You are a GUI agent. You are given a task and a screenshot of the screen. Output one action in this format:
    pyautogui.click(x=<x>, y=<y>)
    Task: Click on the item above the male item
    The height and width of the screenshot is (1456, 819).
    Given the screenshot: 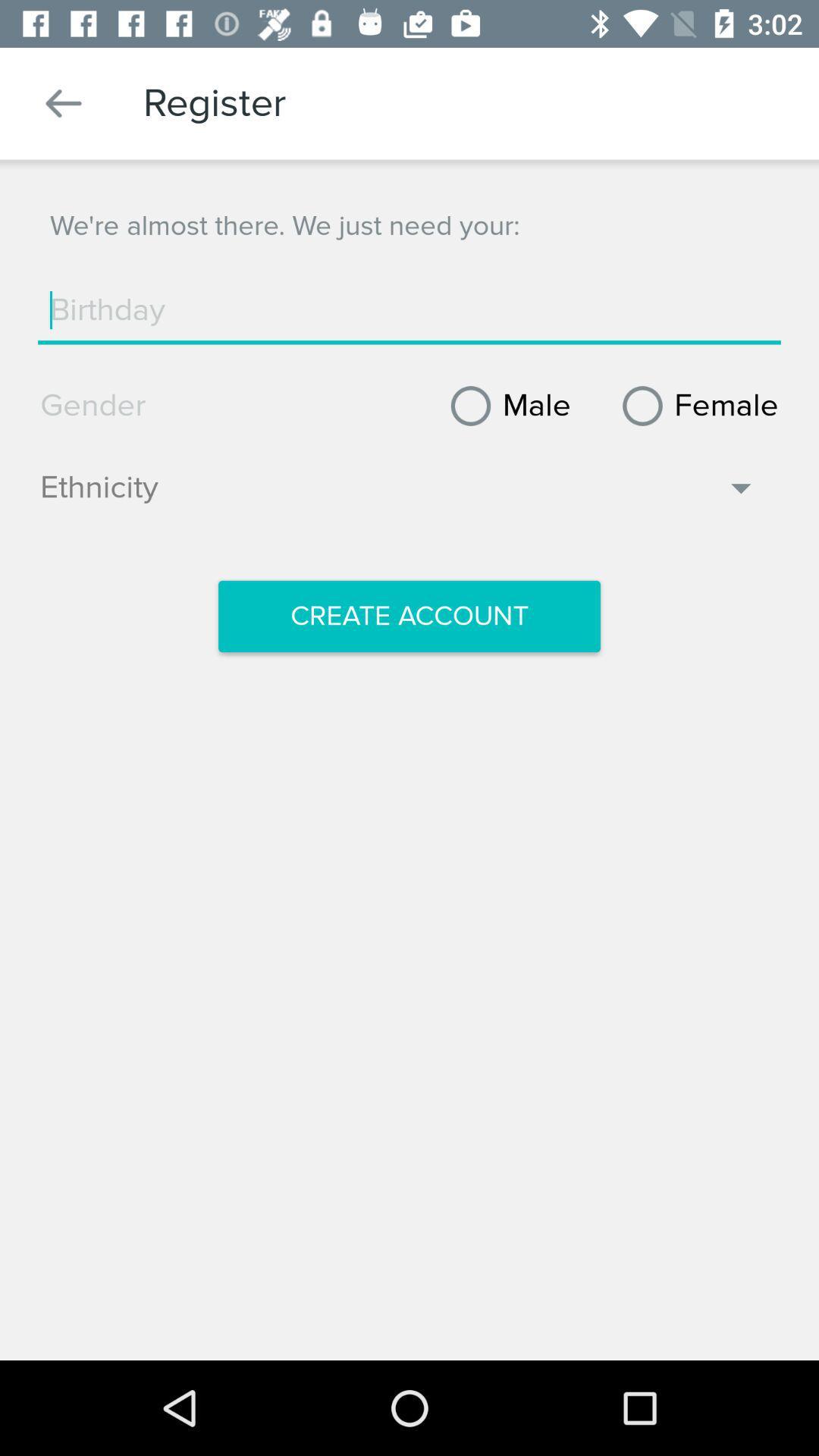 What is the action you would take?
    pyautogui.click(x=409, y=309)
    